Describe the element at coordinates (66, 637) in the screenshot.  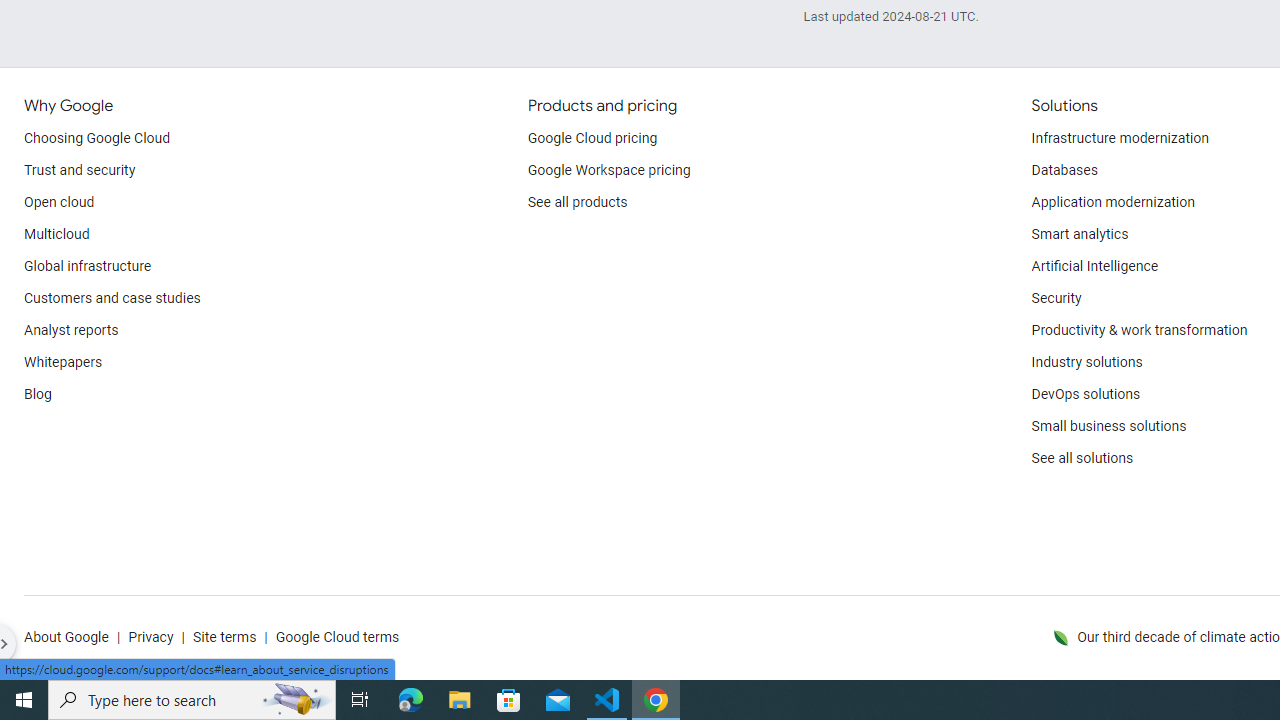
I see `'About Google'` at that location.